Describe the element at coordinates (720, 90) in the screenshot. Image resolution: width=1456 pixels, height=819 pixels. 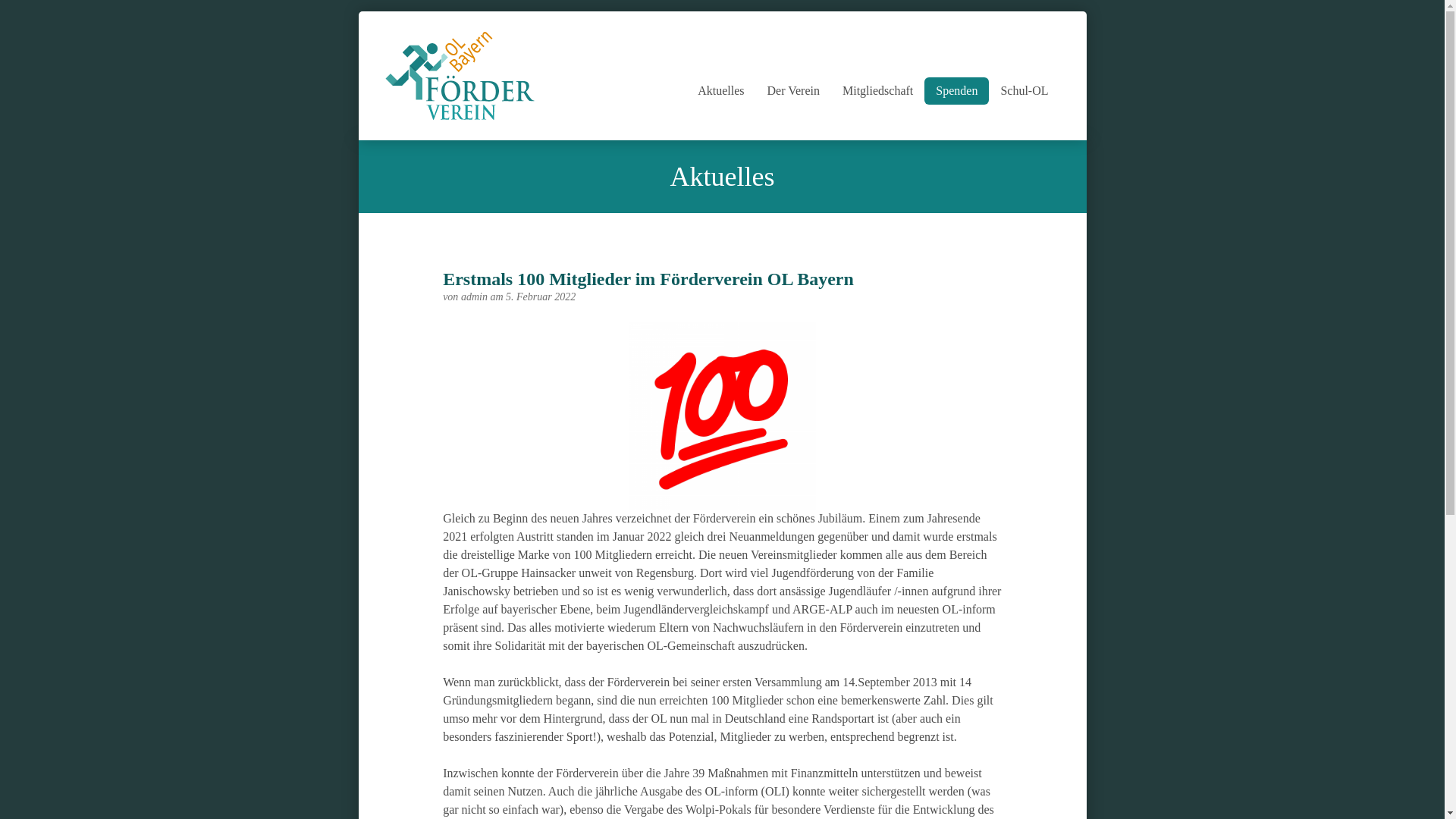
I see `'Aktuelles'` at that location.